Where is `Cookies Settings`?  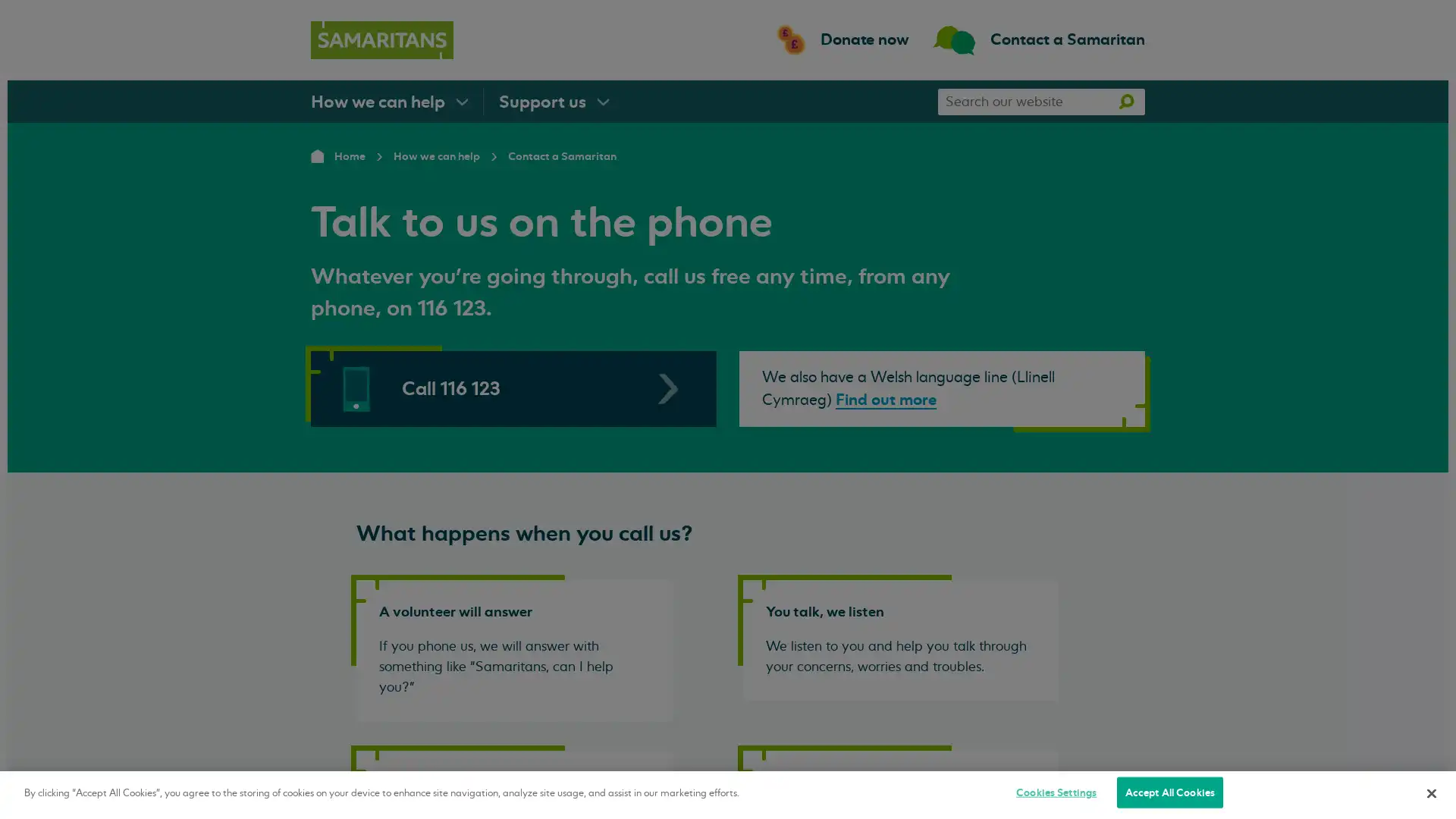 Cookies Settings is located at coordinates (1055, 792).